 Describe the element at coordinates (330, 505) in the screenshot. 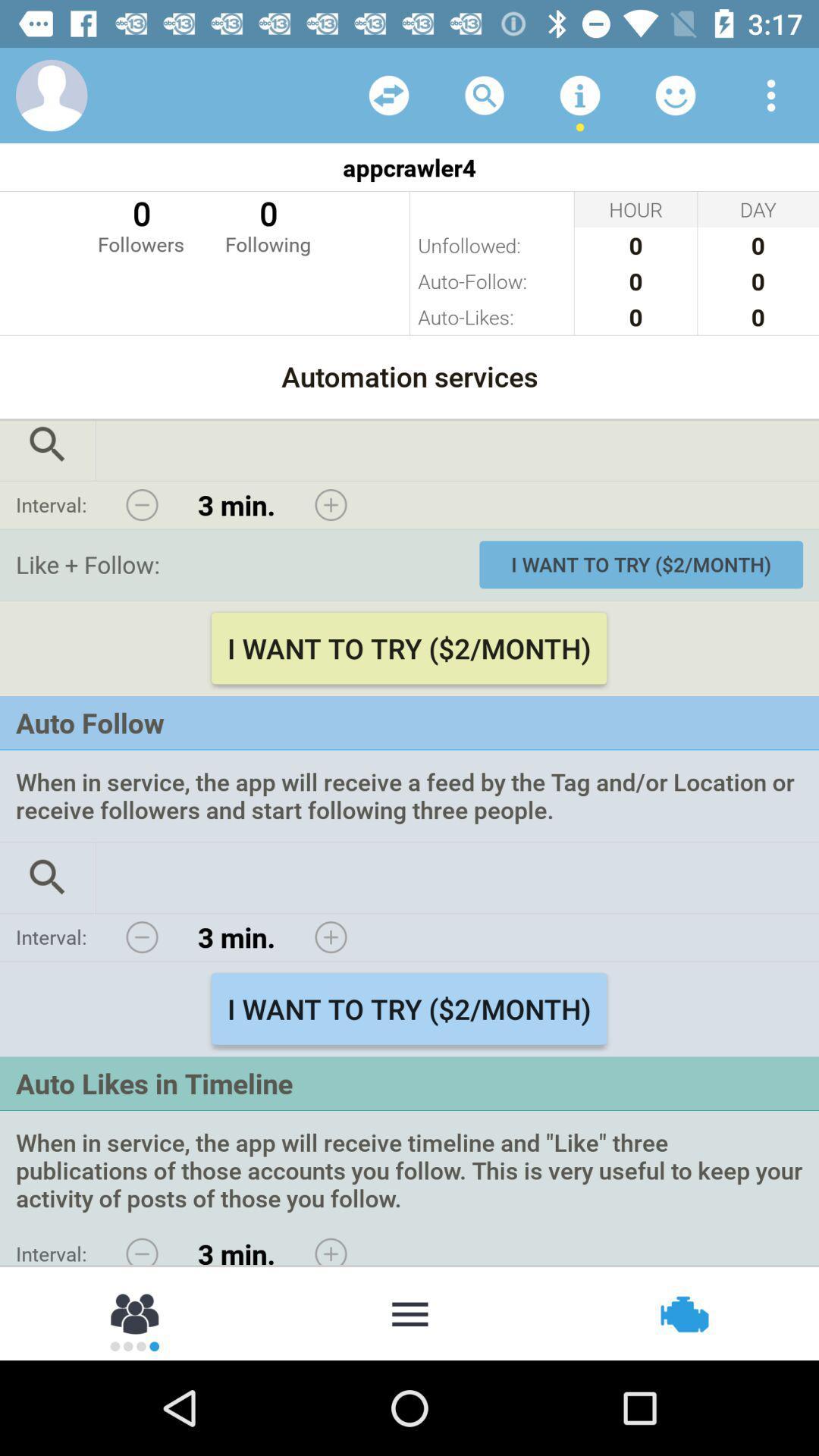

I see `increase interval` at that location.